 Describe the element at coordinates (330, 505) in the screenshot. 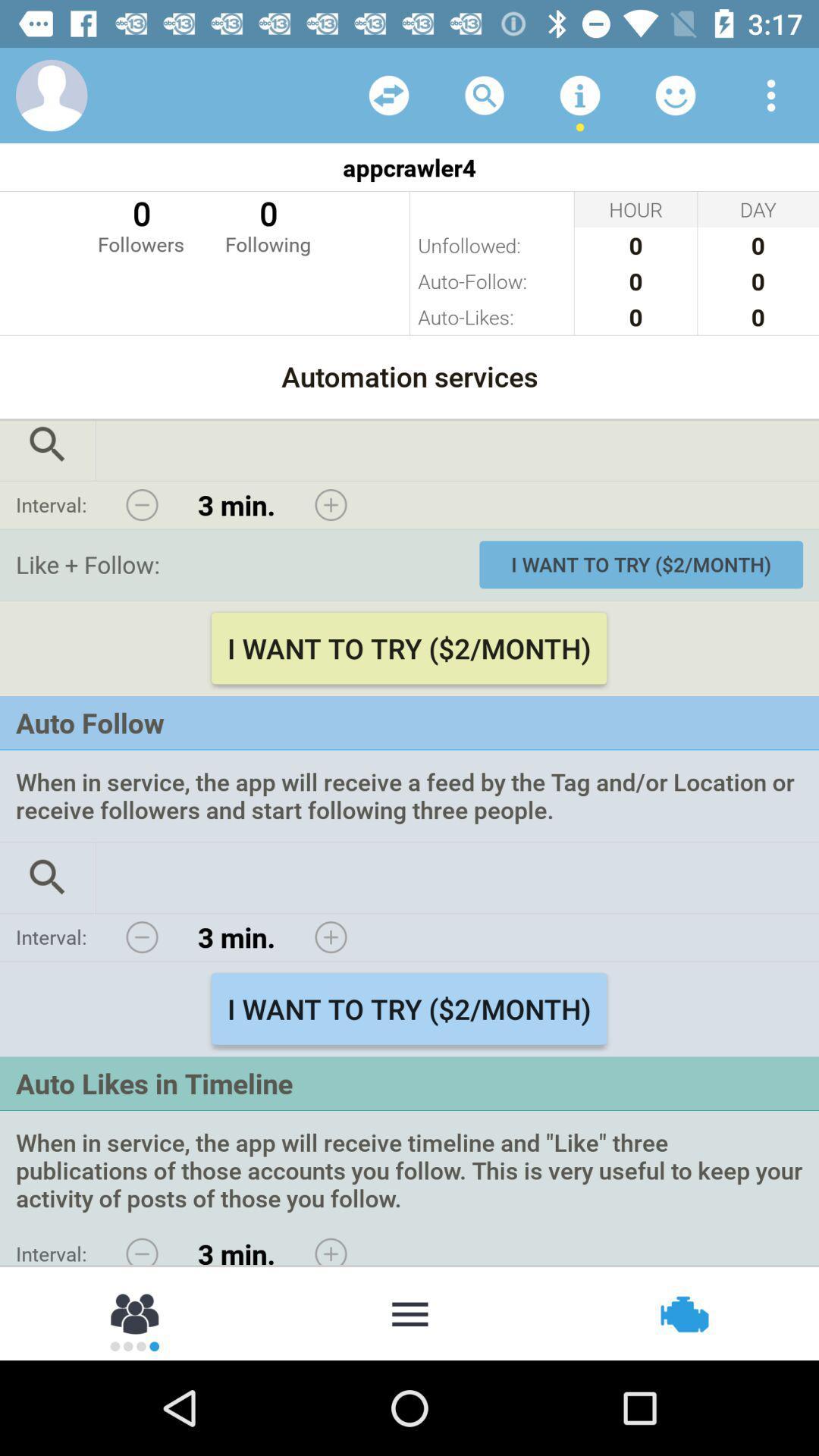

I see `increase interval` at that location.